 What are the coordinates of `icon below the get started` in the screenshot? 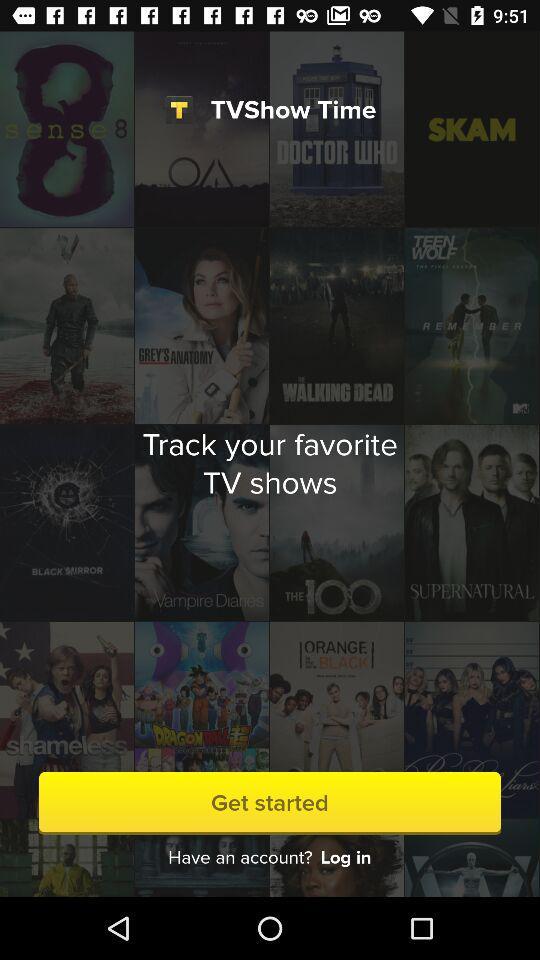 It's located at (344, 856).